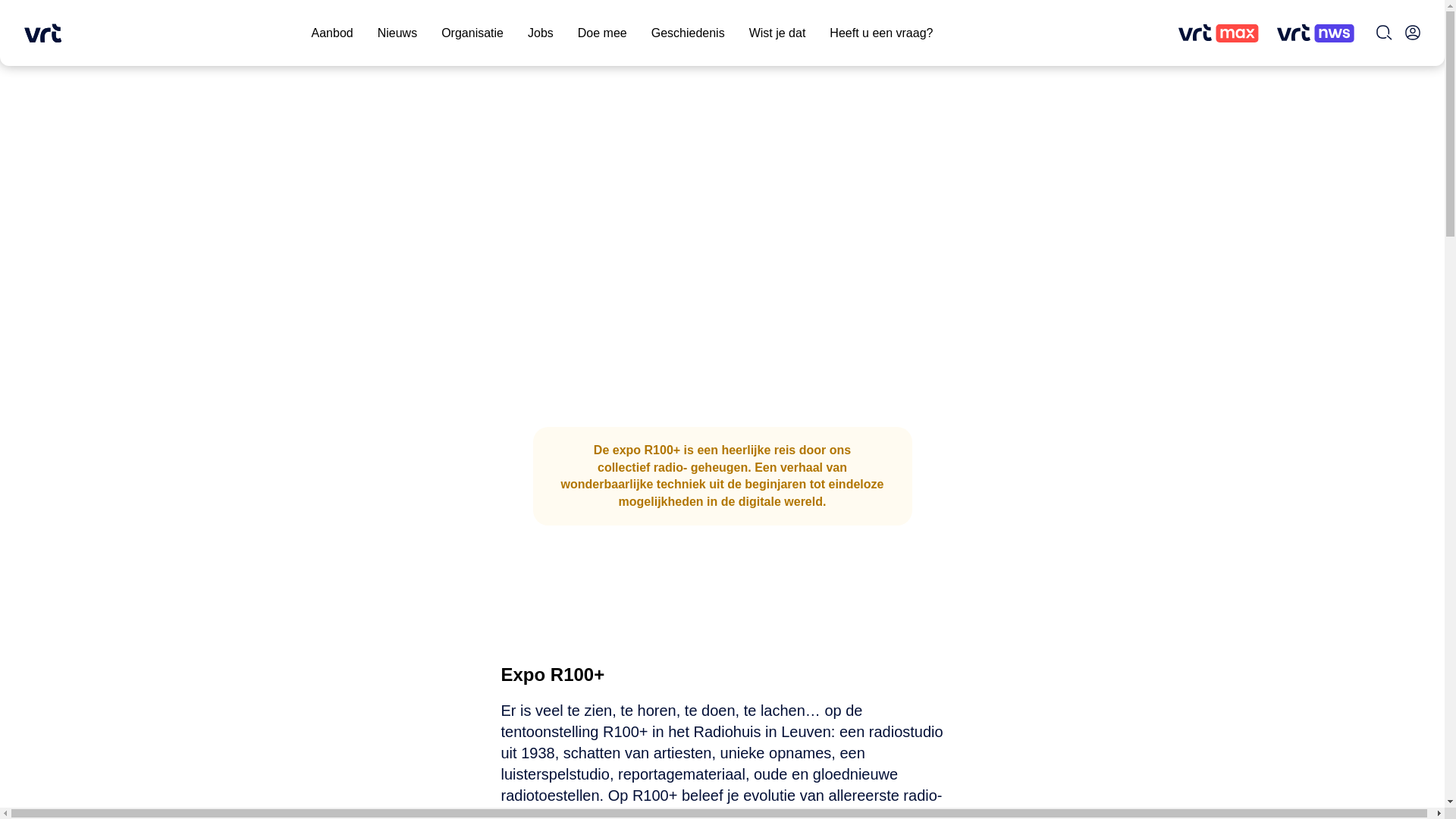  I want to click on 'Wist je dat', so click(777, 33).